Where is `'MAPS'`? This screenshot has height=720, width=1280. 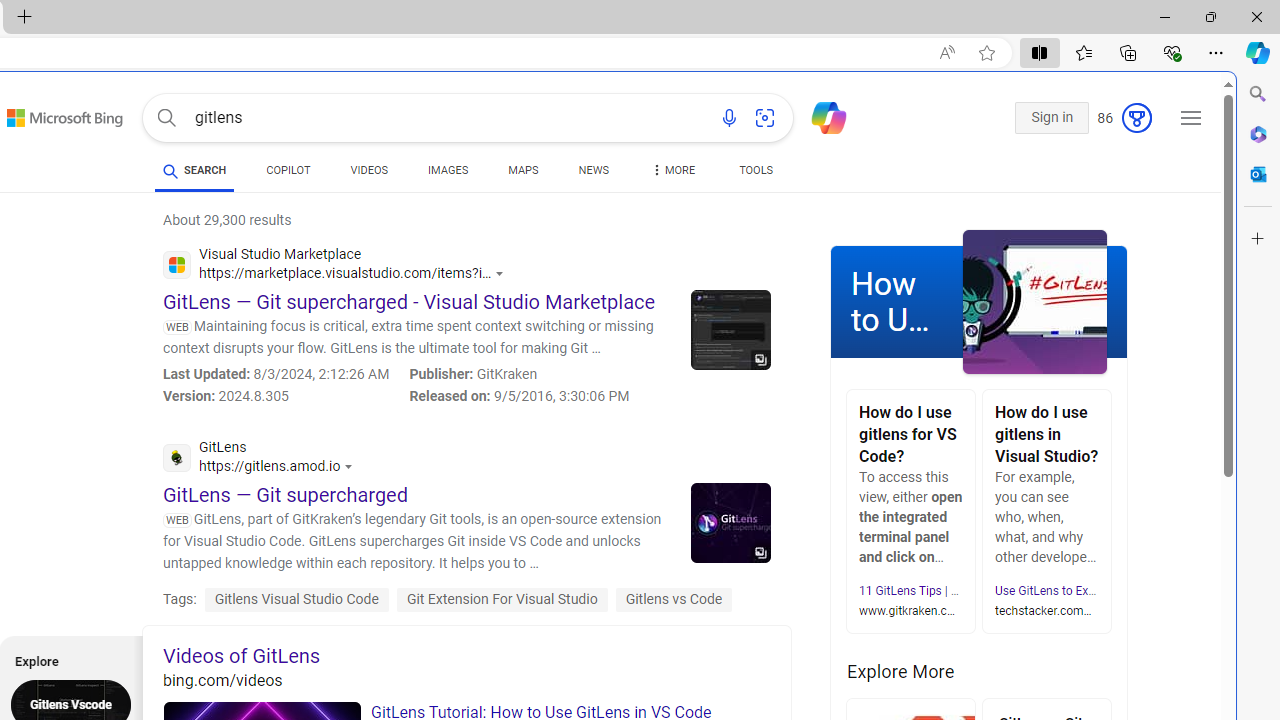 'MAPS' is located at coordinates (523, 170).